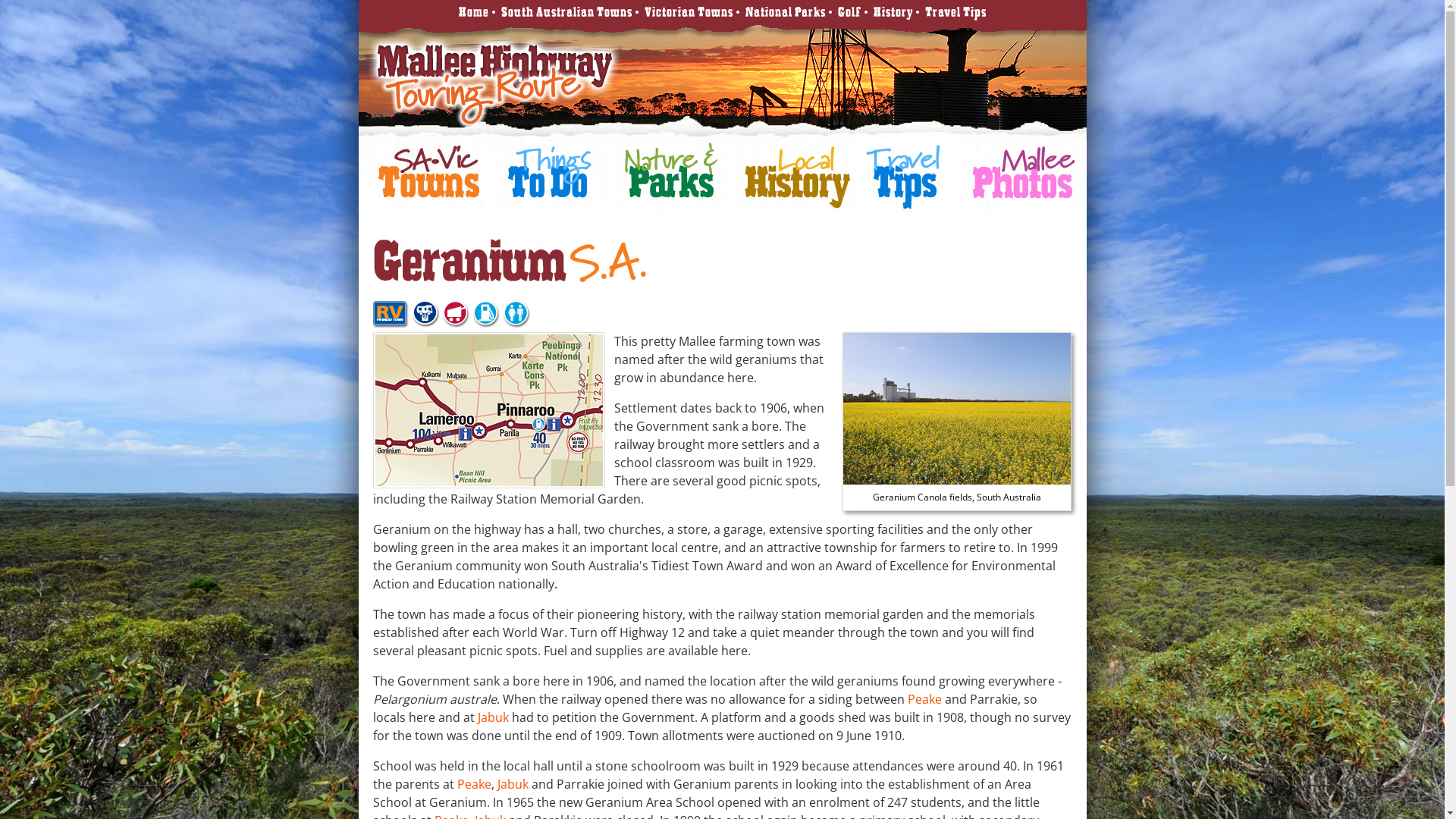 Image resolution: width=1456 pixels, height=819 pixels. I want to click on 'Jabuk', so click(513, 783).